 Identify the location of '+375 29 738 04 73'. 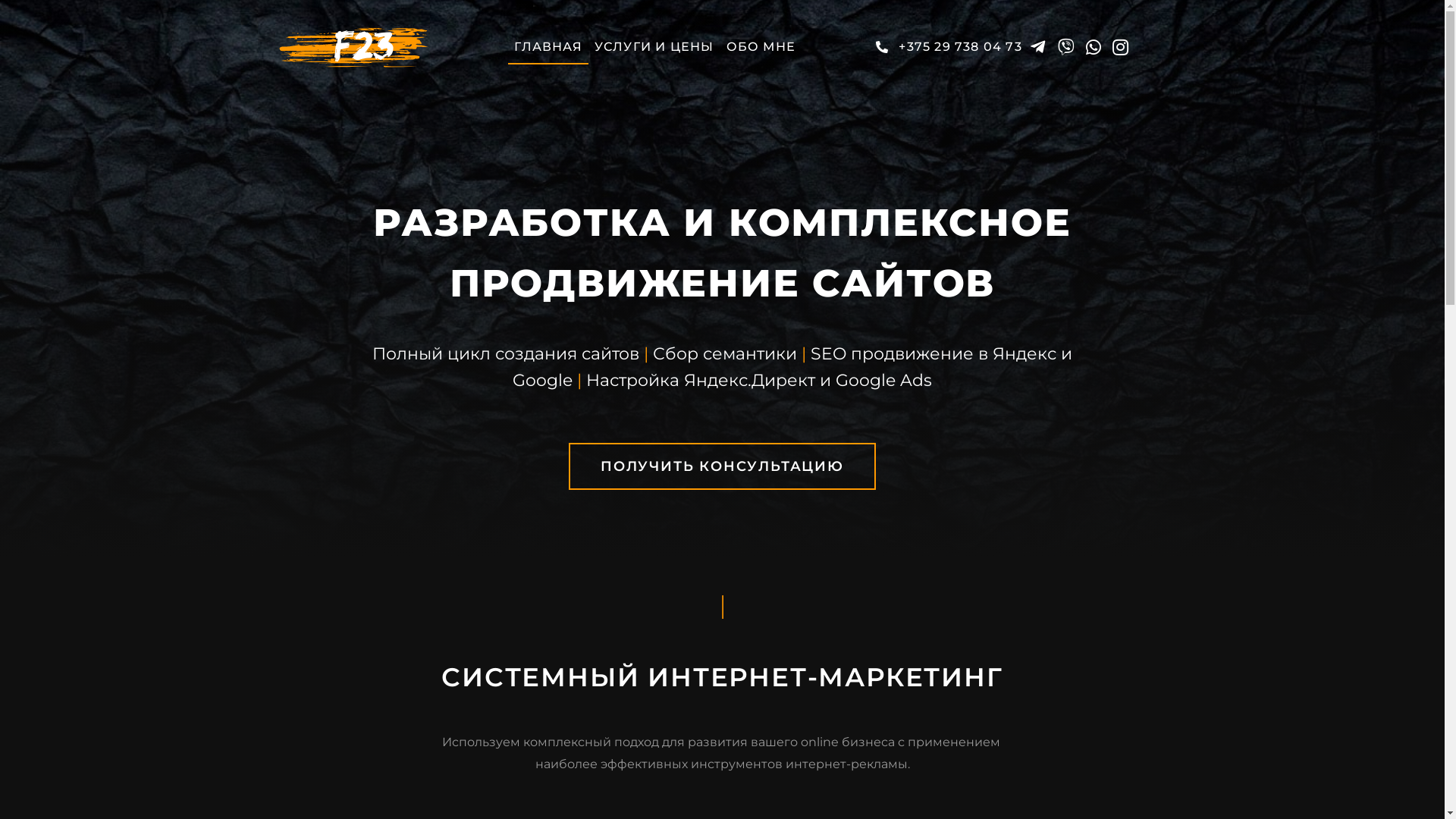
(946, 45).